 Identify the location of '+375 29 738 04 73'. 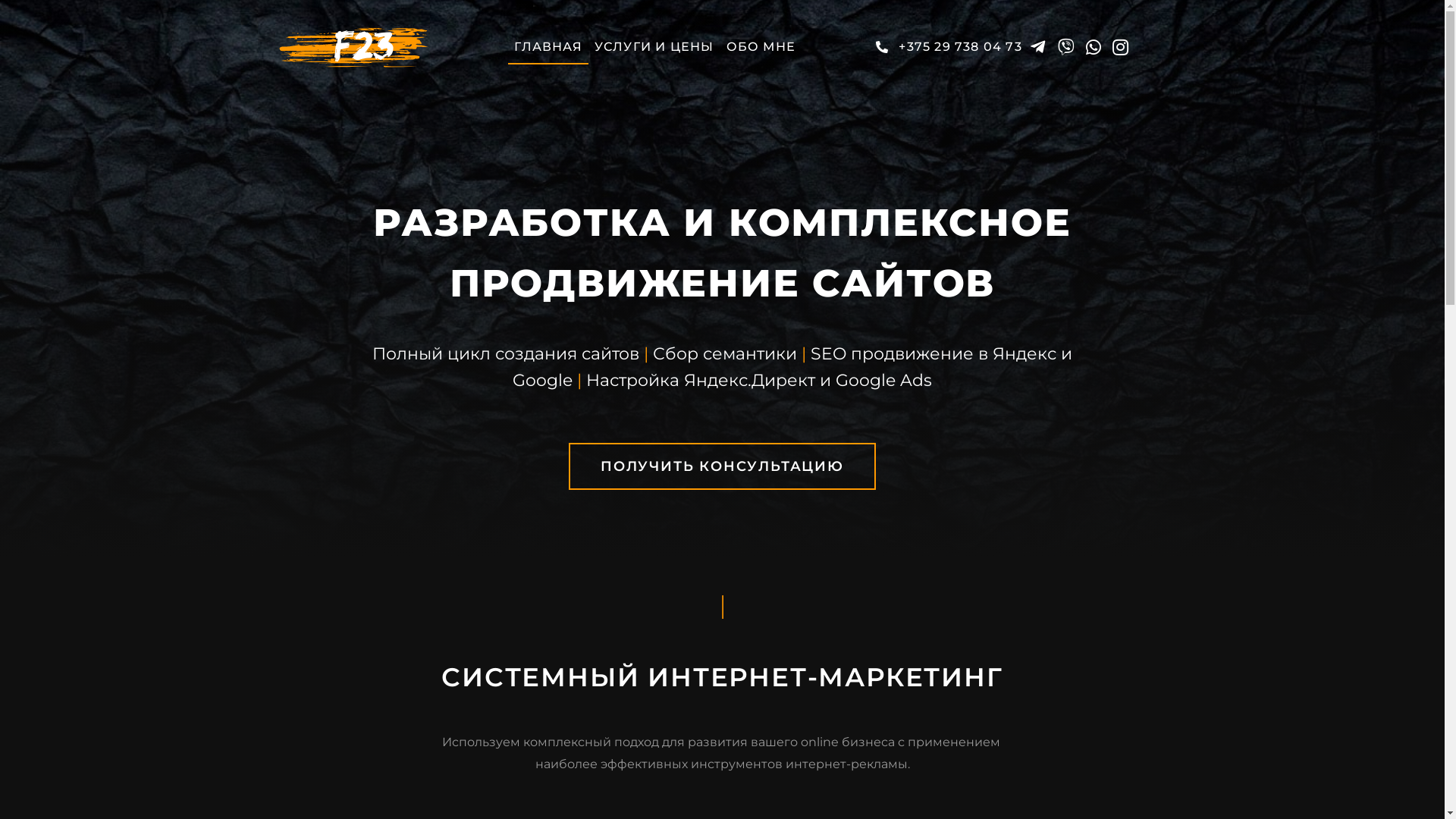
(946, 45).